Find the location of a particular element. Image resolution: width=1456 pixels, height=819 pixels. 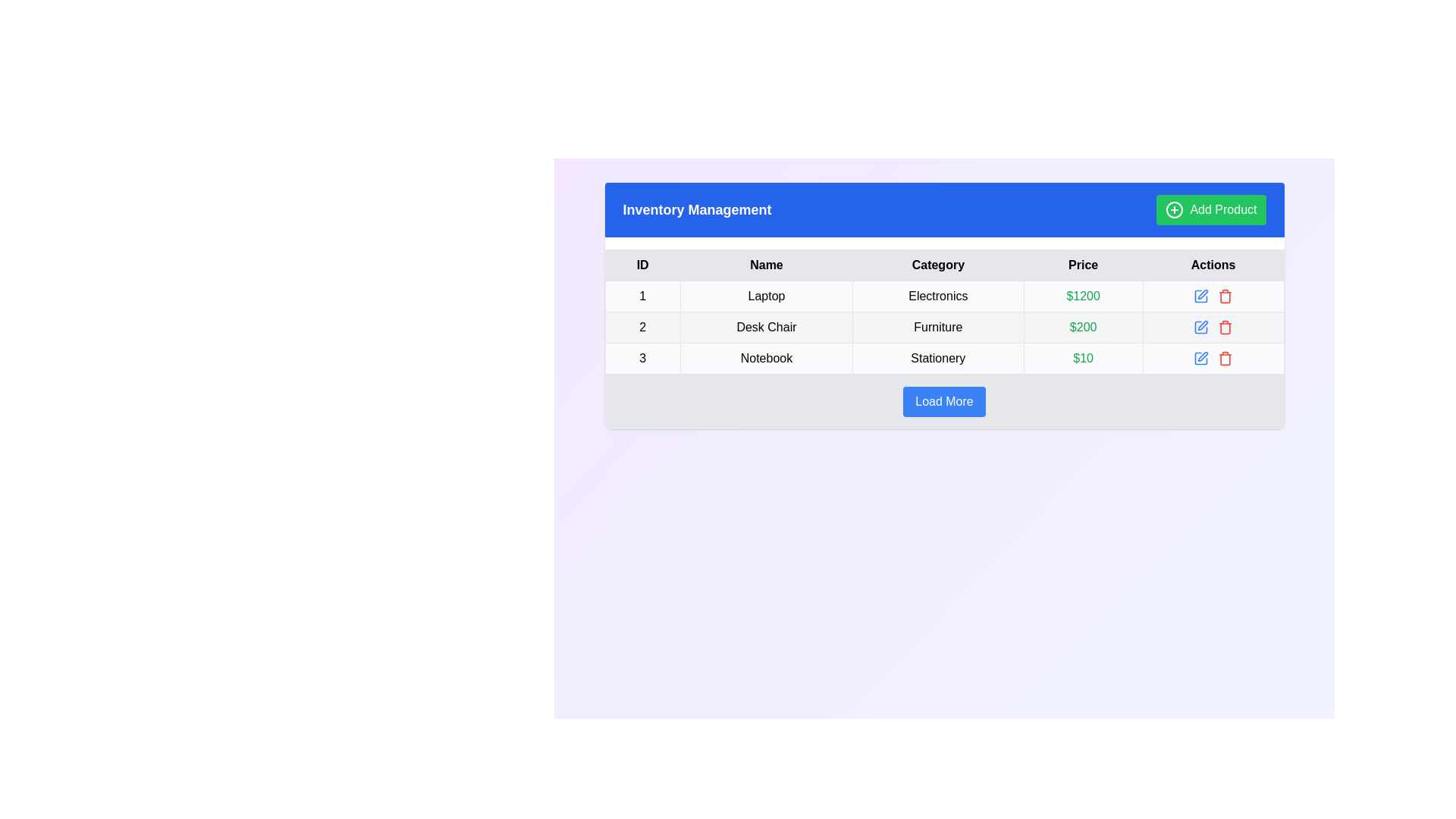

the static text displaying the price '$1200' in the fourth column of the first row of the 'Inventory Management' table is located at coordinates (1082, 296).